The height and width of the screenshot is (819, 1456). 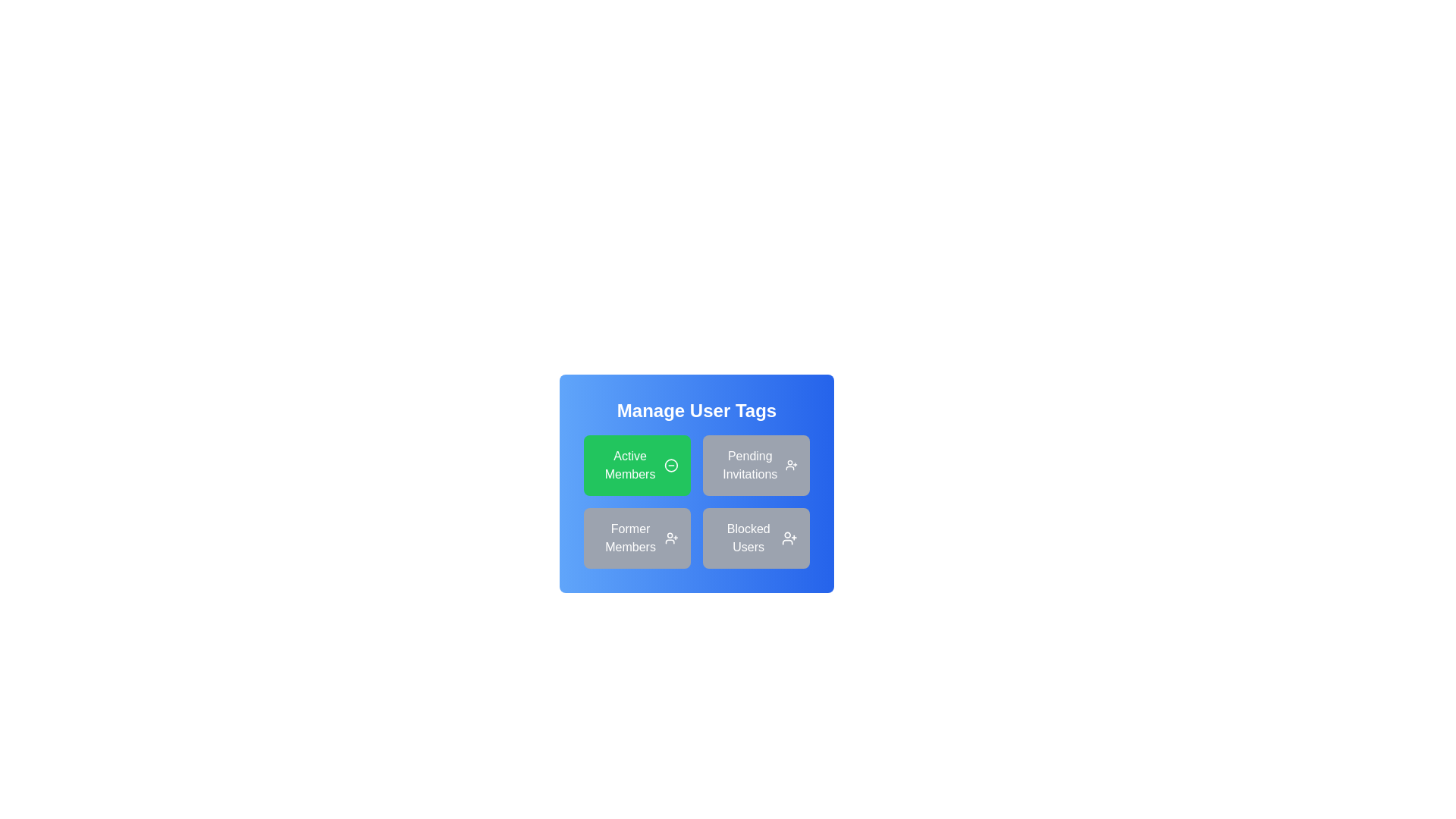 What do you see at coordinates (756, 464) in the screenshot?
I see `the 'Pending Invitations' button-like panel, which is a rectangular panel with rounded corners, gray background, and centered white text, located in the top-right section of the grid` at bounding box center [756, 464].